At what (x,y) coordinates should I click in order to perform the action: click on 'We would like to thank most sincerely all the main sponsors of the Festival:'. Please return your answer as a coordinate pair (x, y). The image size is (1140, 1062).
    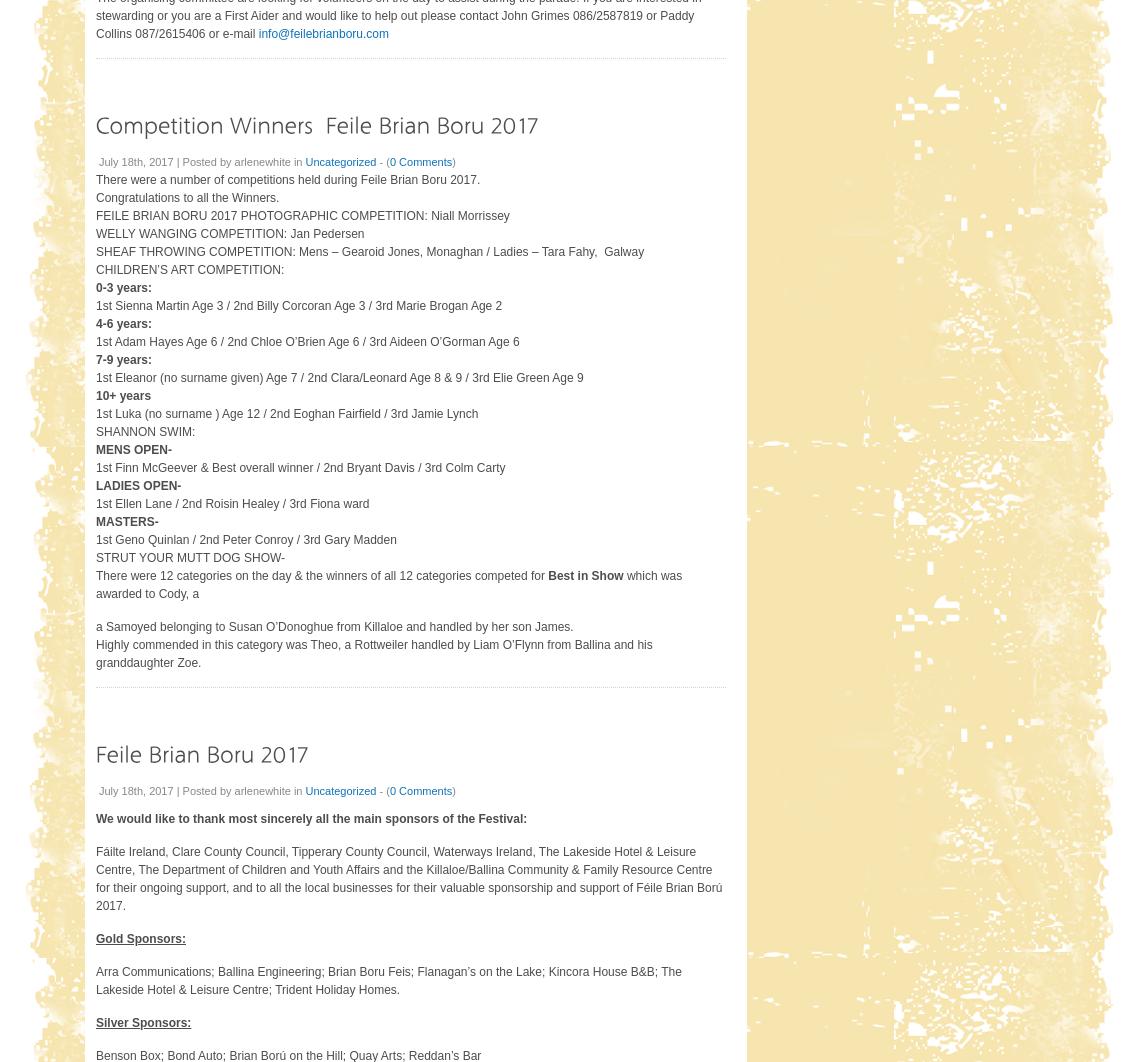
    Looking at the image, I should click on (94, 816).